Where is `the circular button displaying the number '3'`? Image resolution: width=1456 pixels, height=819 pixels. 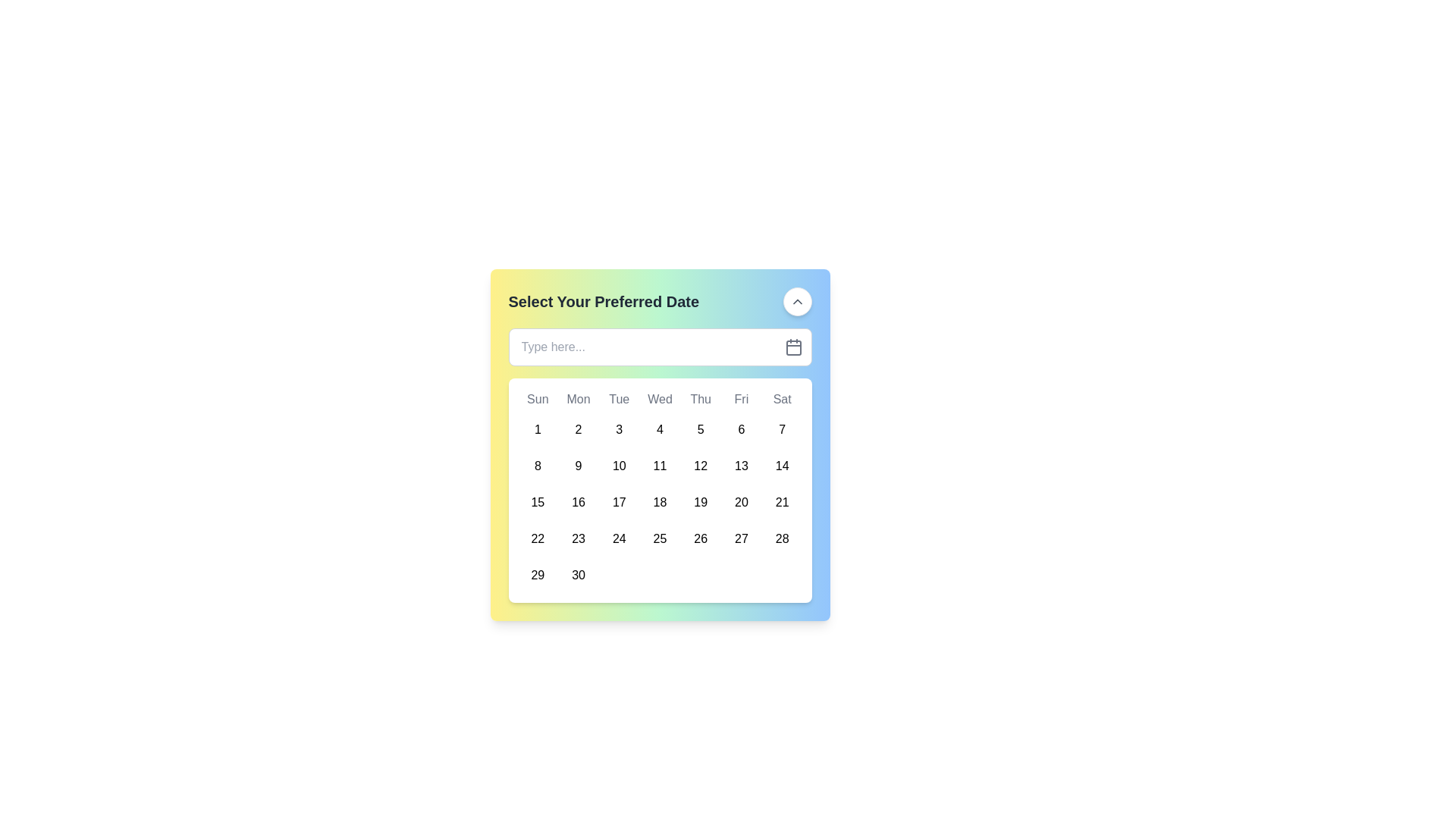
the circular button displaying the number '3' is located at coordinates (619, 430).